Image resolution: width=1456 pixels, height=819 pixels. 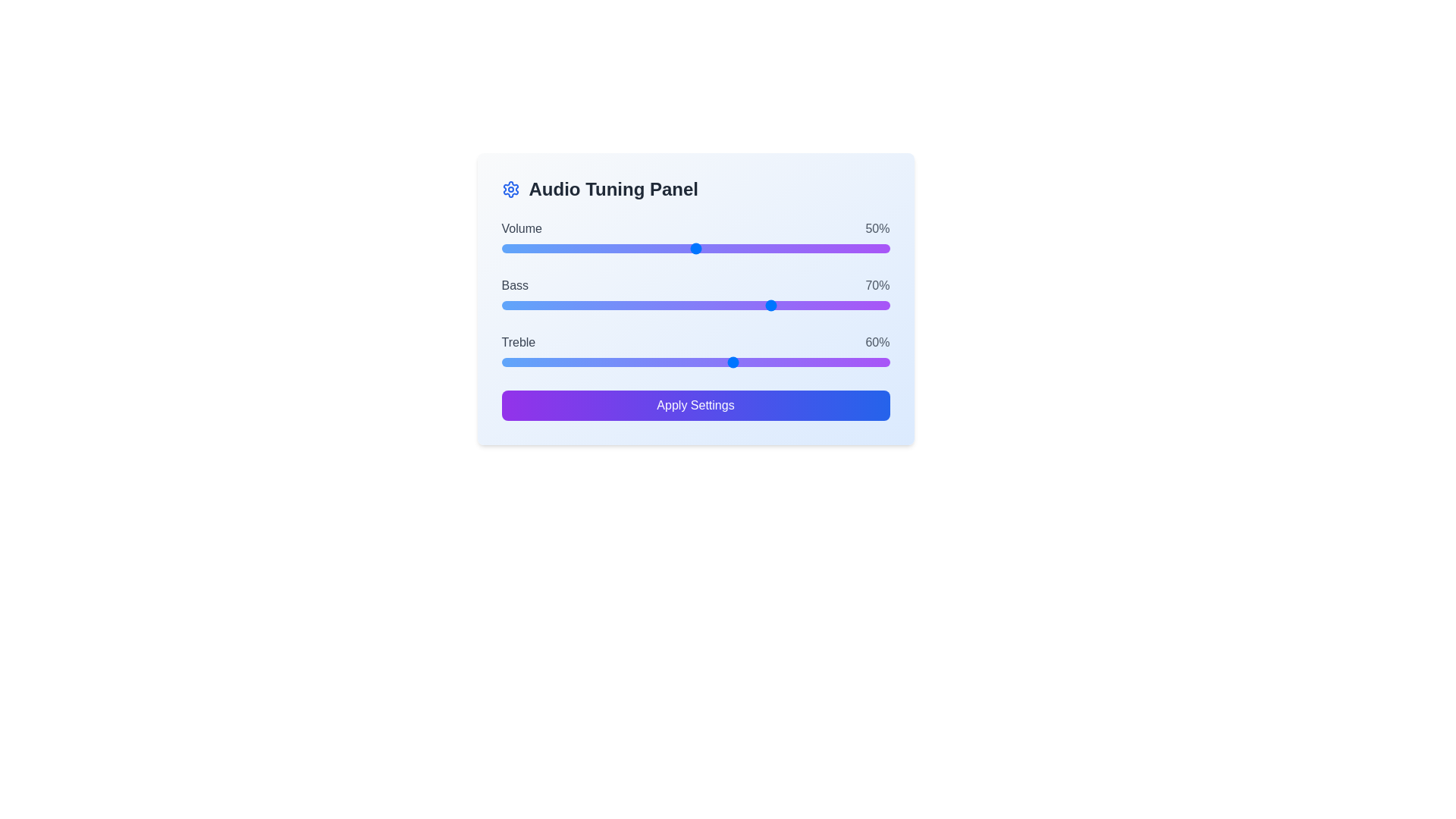 I want to click on treble, so click(x=815, y=362).